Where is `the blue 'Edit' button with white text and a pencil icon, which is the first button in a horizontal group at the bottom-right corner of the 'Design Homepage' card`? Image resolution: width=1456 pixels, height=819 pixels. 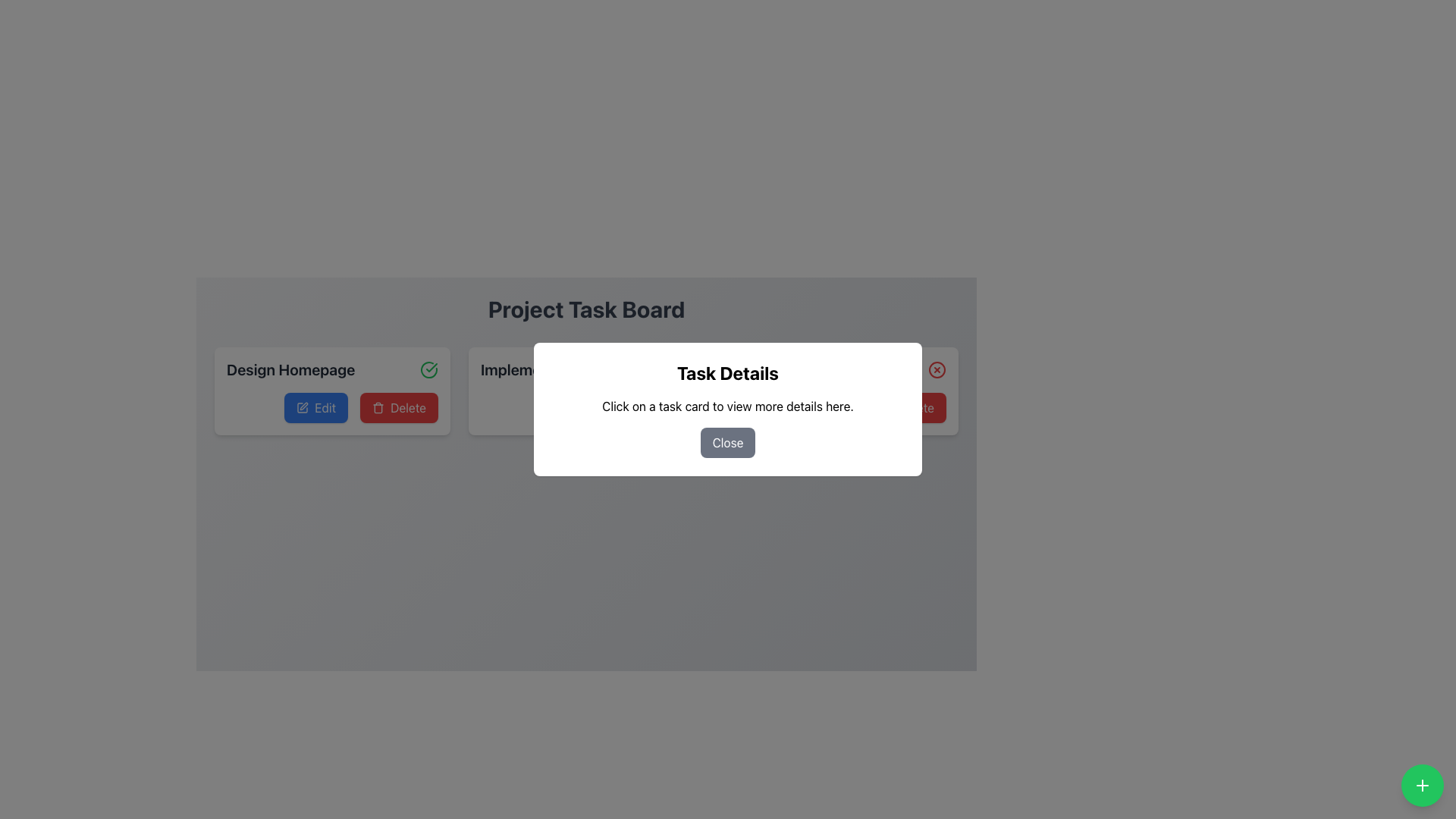
the blue 'Edit' button with white text and a pencil icon, which is the first button in a horizontal group at the bottom-right corner of the 'Design Homepage' card is located at coordinates (331, 406).